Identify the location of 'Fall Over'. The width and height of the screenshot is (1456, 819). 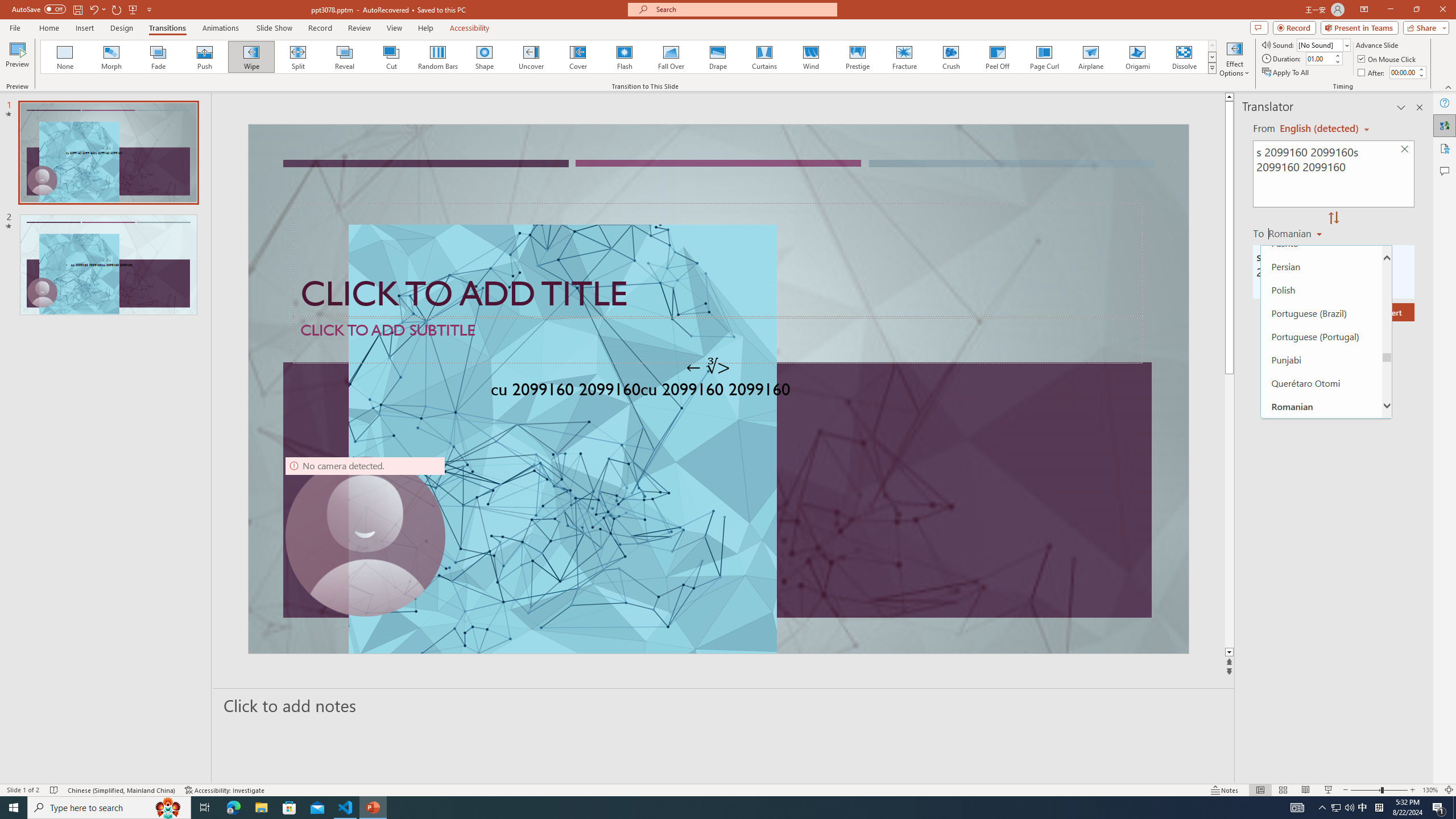
(671, 56).